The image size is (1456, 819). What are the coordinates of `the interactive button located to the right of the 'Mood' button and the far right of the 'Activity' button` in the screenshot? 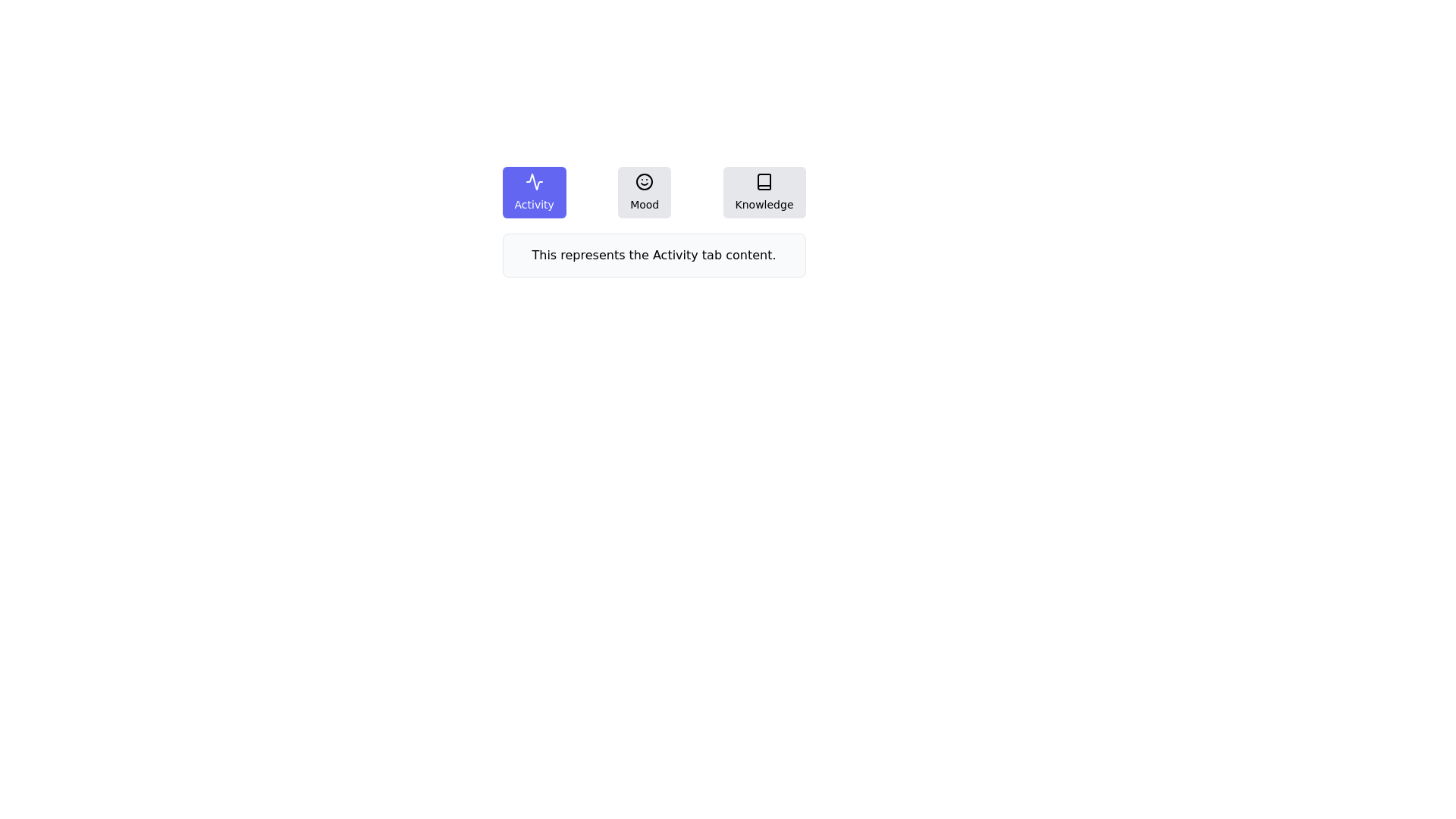 It's located at (764, 192).